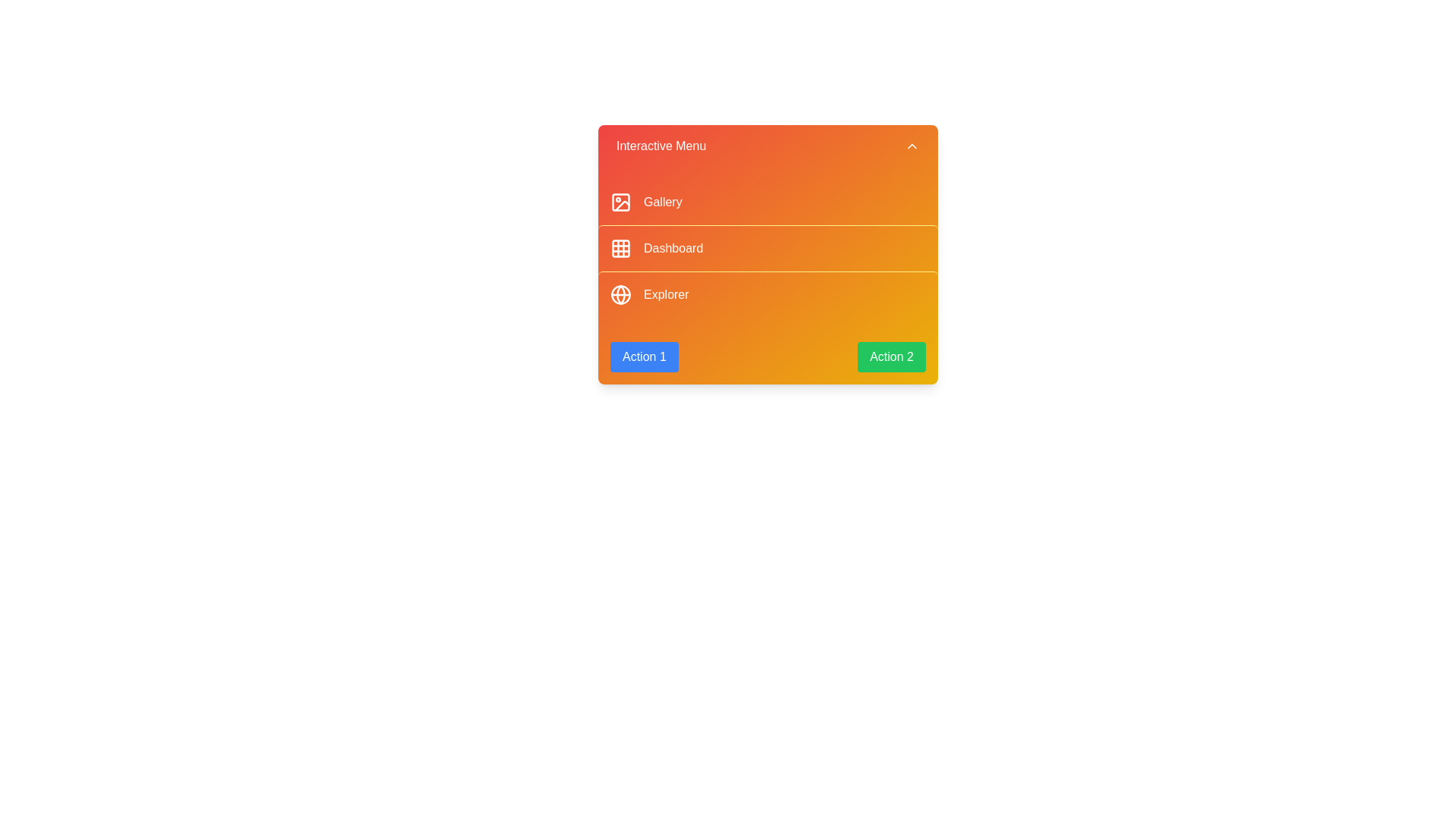 Image resolution: width=1456 pixels, height=819 pixels. Describe the element at coordinates (767, 247) in the screenshot. I see `the menu item corresponding to Dashboard` at that location.